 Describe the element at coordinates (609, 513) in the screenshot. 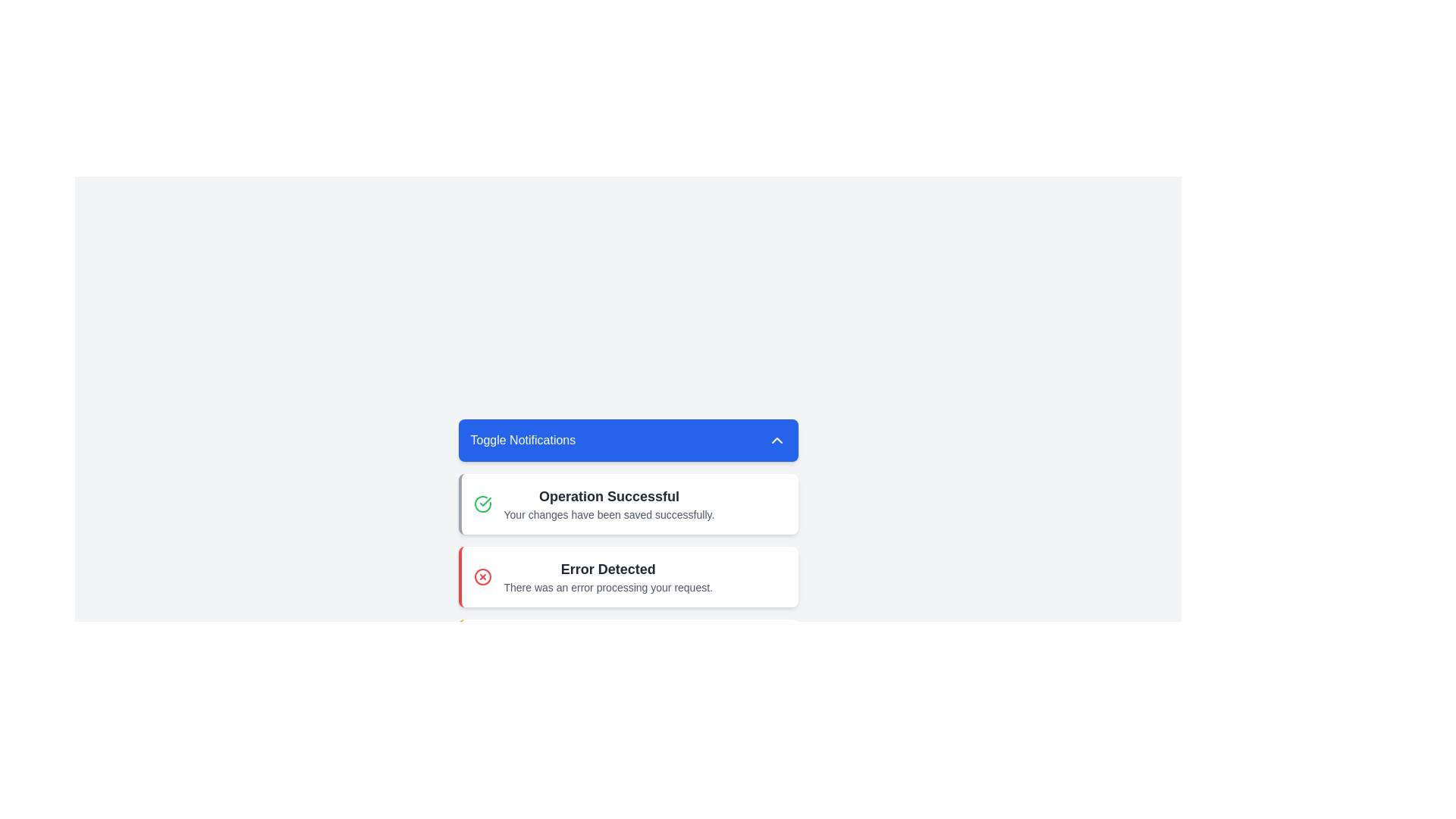

I see `the text label that provides feedback confirming a successful operation, located below the bold text 'Operation Successful' in the notification box` at that location.